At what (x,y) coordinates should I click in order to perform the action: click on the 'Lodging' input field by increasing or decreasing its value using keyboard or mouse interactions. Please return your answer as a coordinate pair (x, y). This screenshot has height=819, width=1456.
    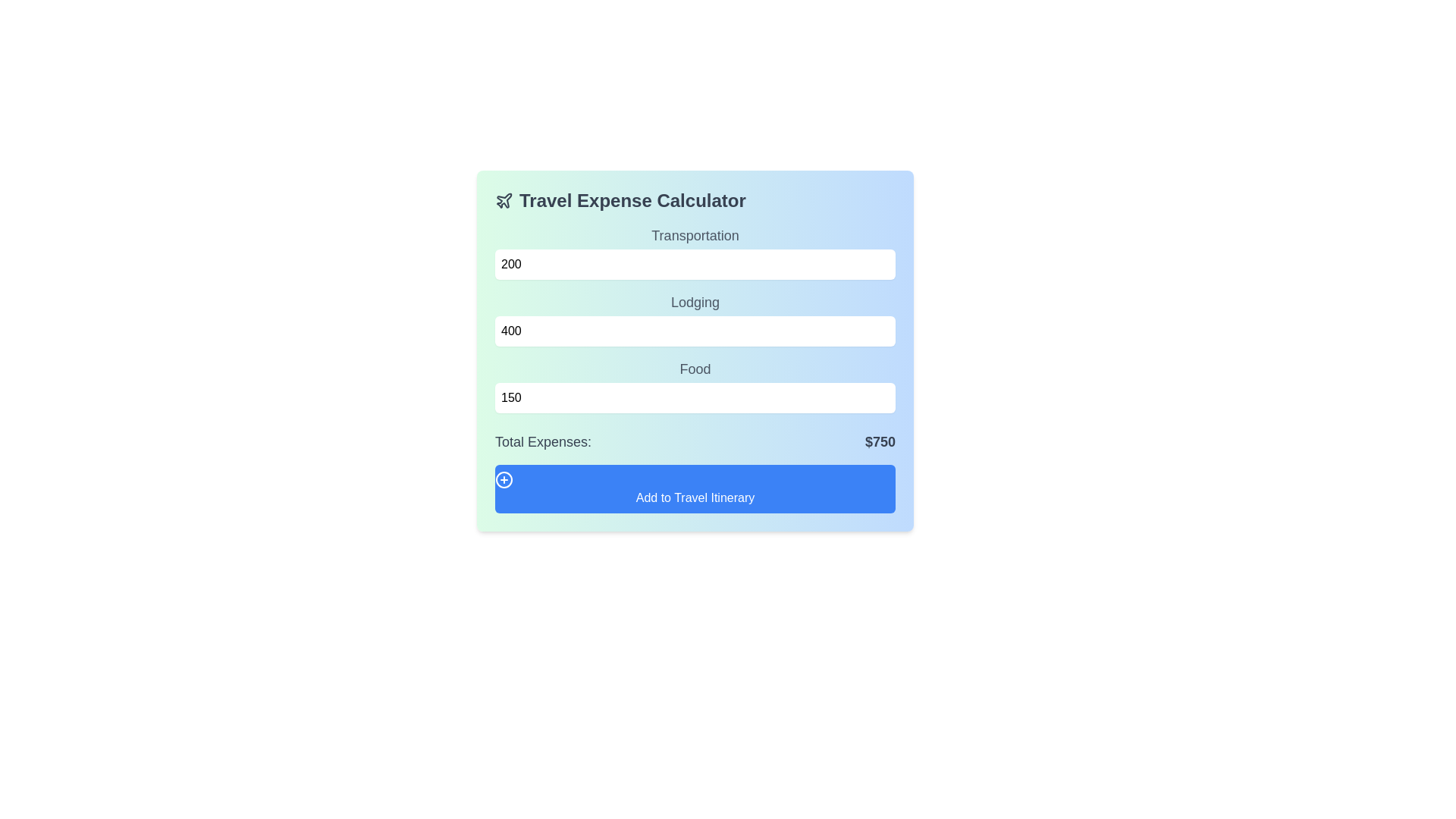
    Looking at the image, I should click on (694, 318).